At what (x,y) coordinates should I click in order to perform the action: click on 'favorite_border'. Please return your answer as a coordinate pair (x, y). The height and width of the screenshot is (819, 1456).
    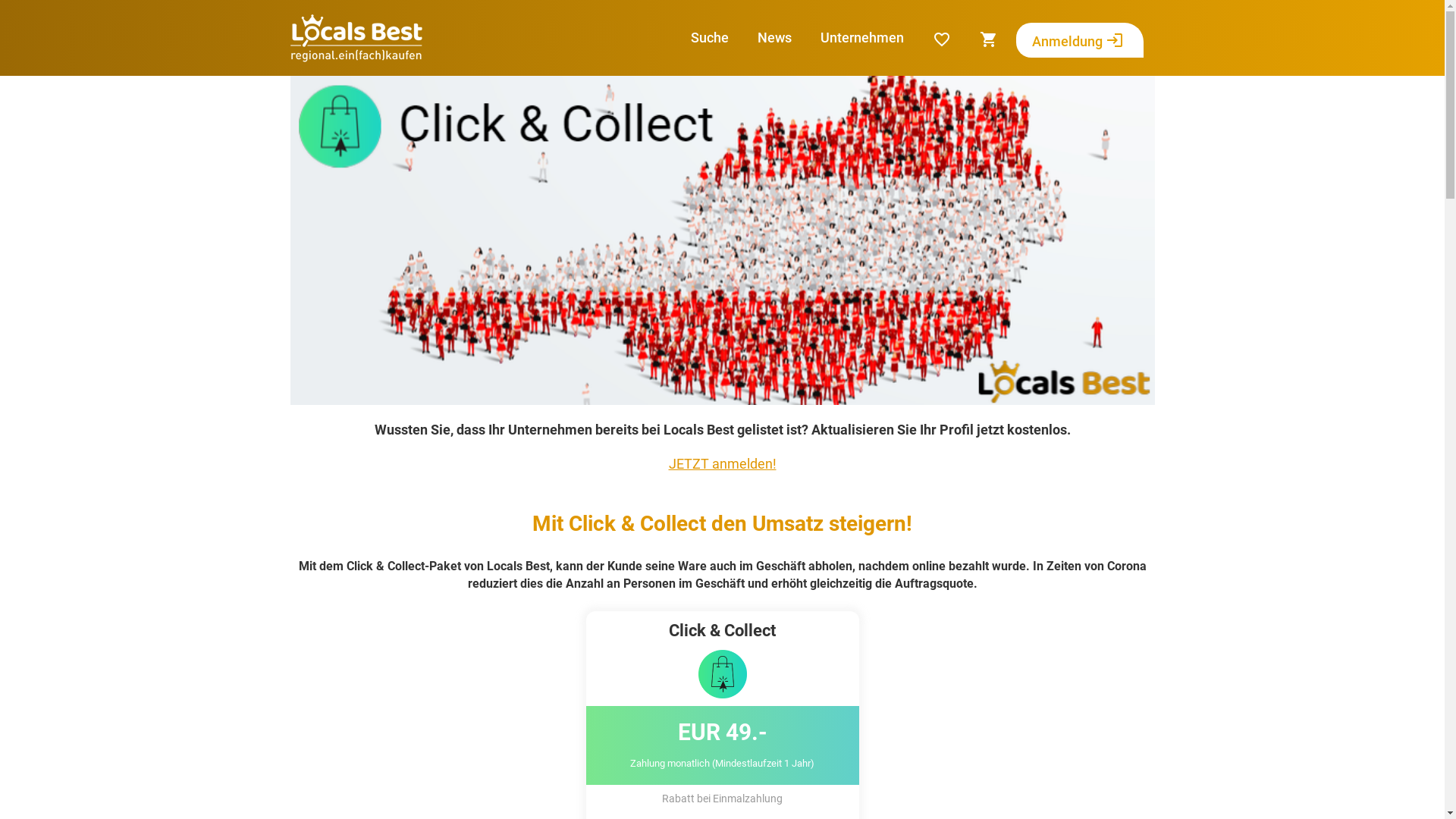
    Looking at the image, I should click on (945, 38).